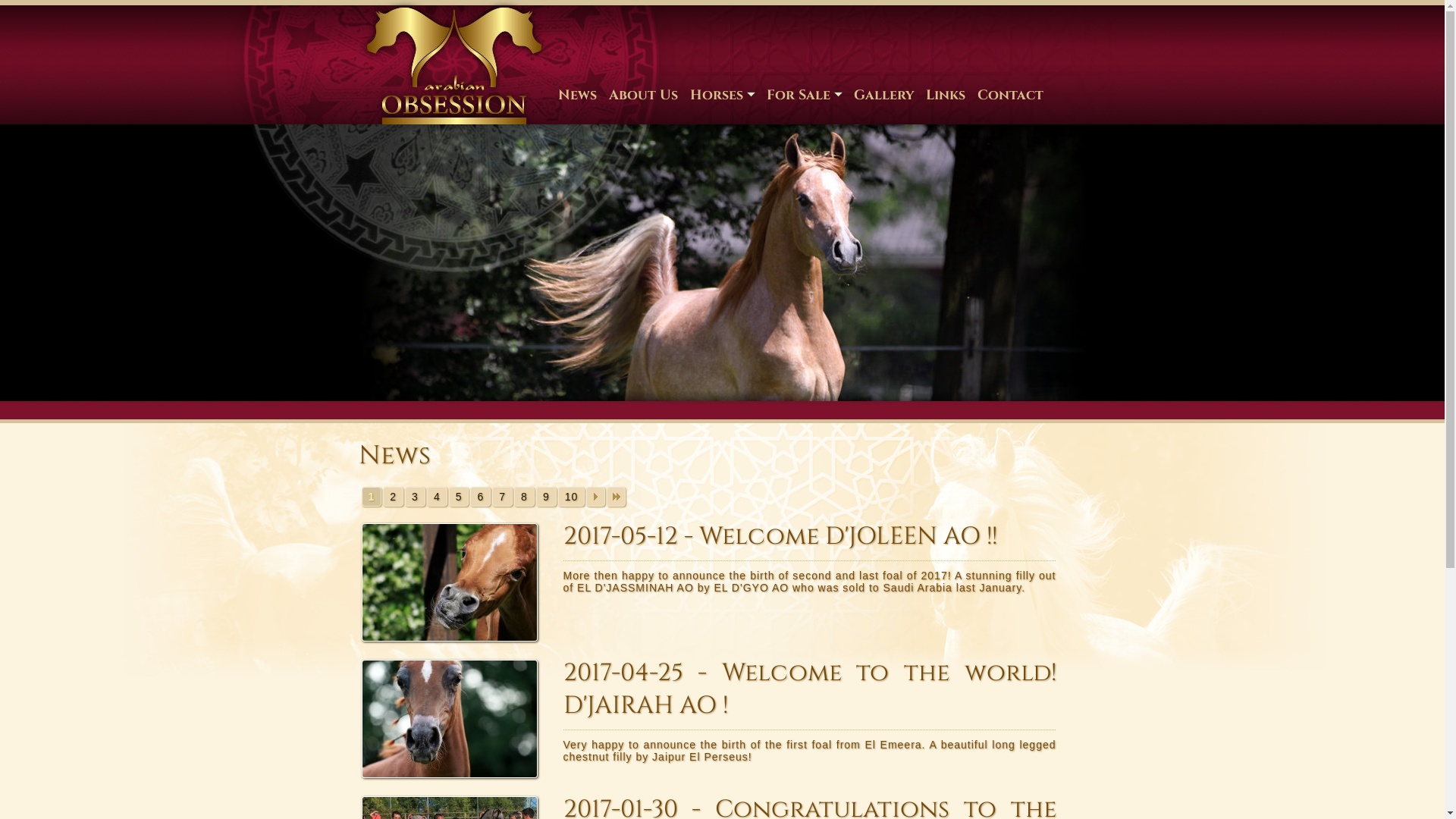 This screenshot has height=819, width=1456. Describe the element at coordinates (393, 497) in the screenshot. I see `'2'` at that location.